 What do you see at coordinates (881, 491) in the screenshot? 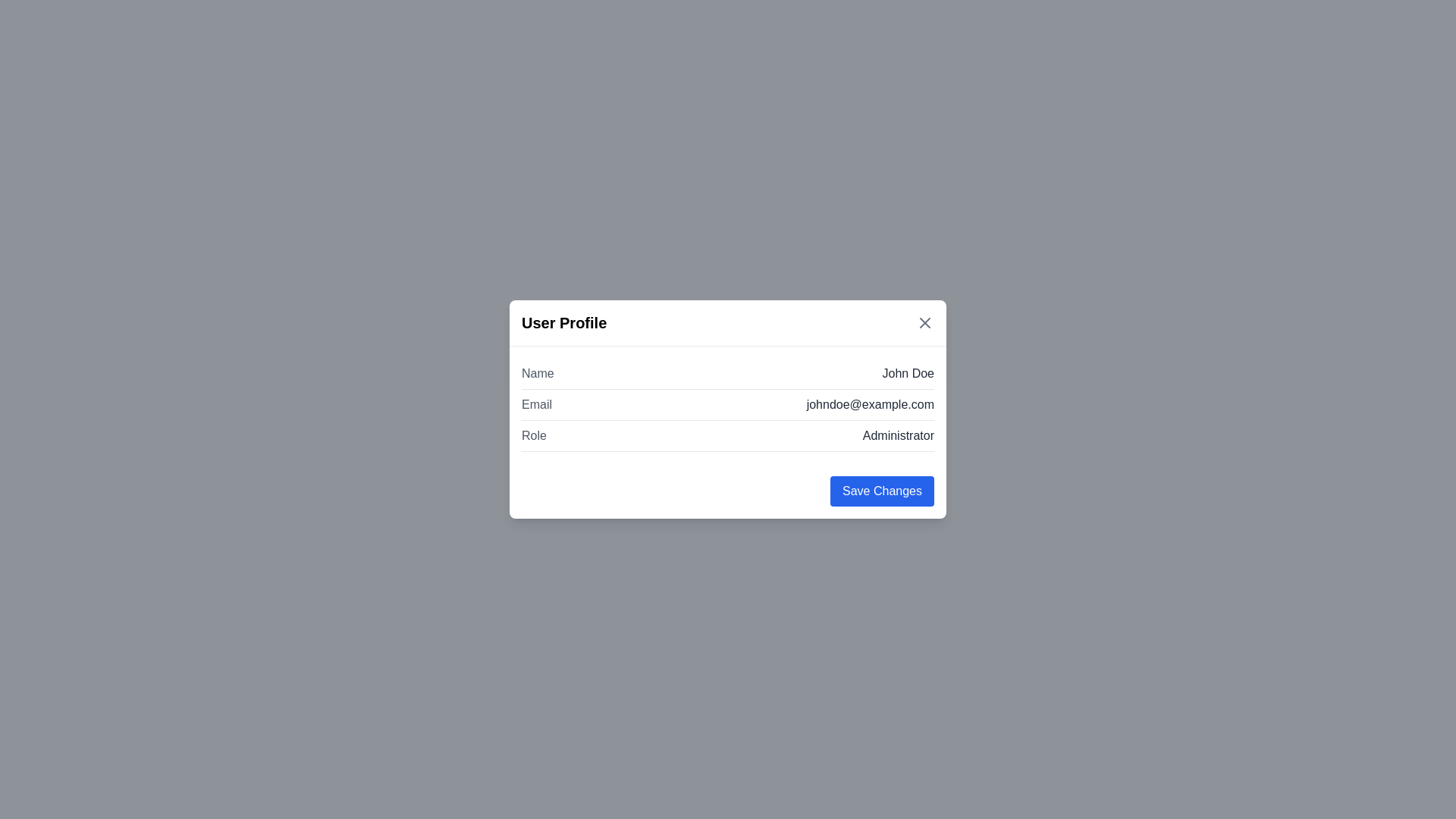
I see `the 'Save Changes' button to save the changes` at bounding box center [881, 491].